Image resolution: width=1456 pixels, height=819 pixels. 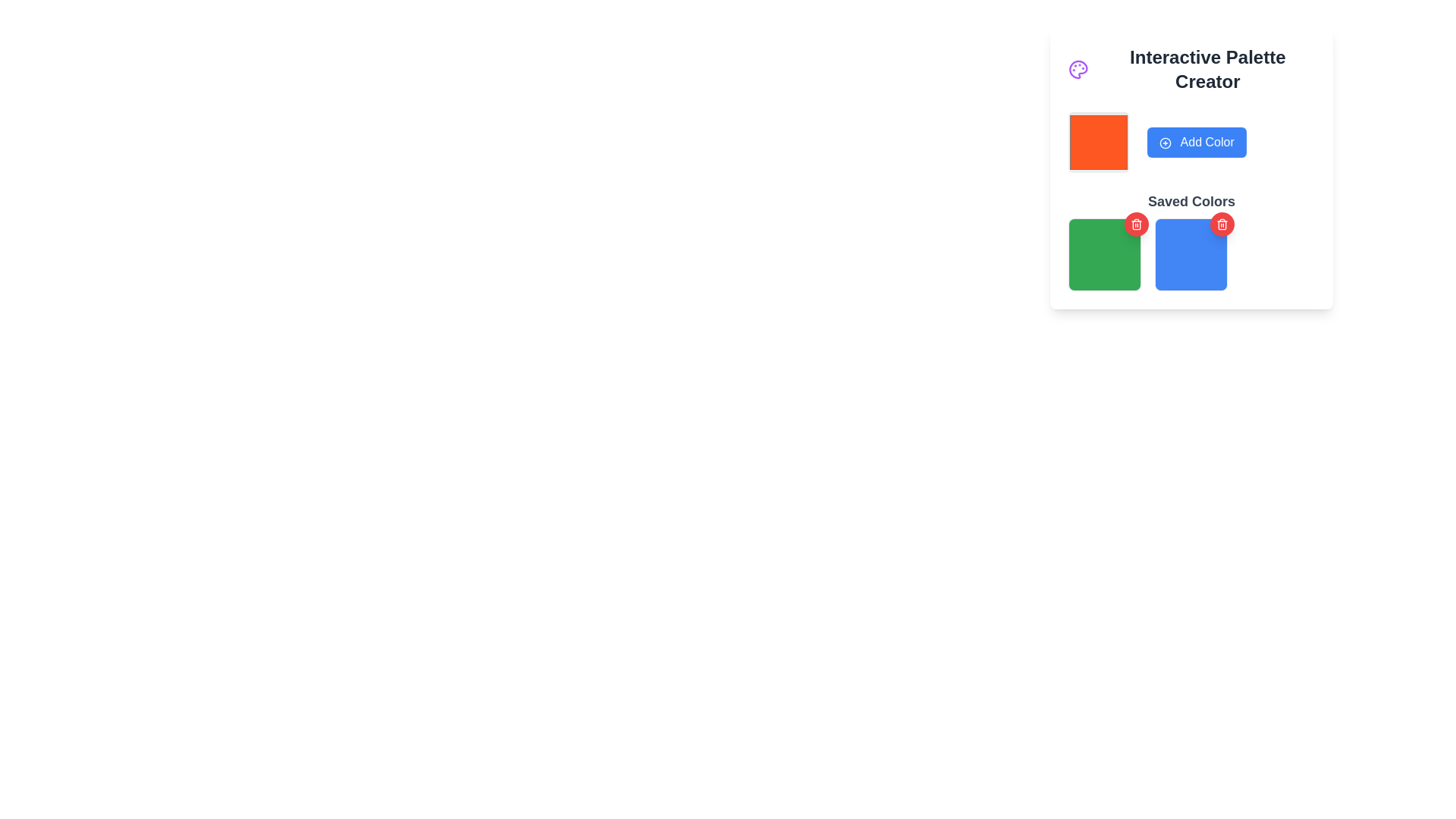 I want to click on the trash can icon button with a red circular background located at the upper-right corner of the blue block in the 'Saved Colors' section, so click(x=1136, y=224).